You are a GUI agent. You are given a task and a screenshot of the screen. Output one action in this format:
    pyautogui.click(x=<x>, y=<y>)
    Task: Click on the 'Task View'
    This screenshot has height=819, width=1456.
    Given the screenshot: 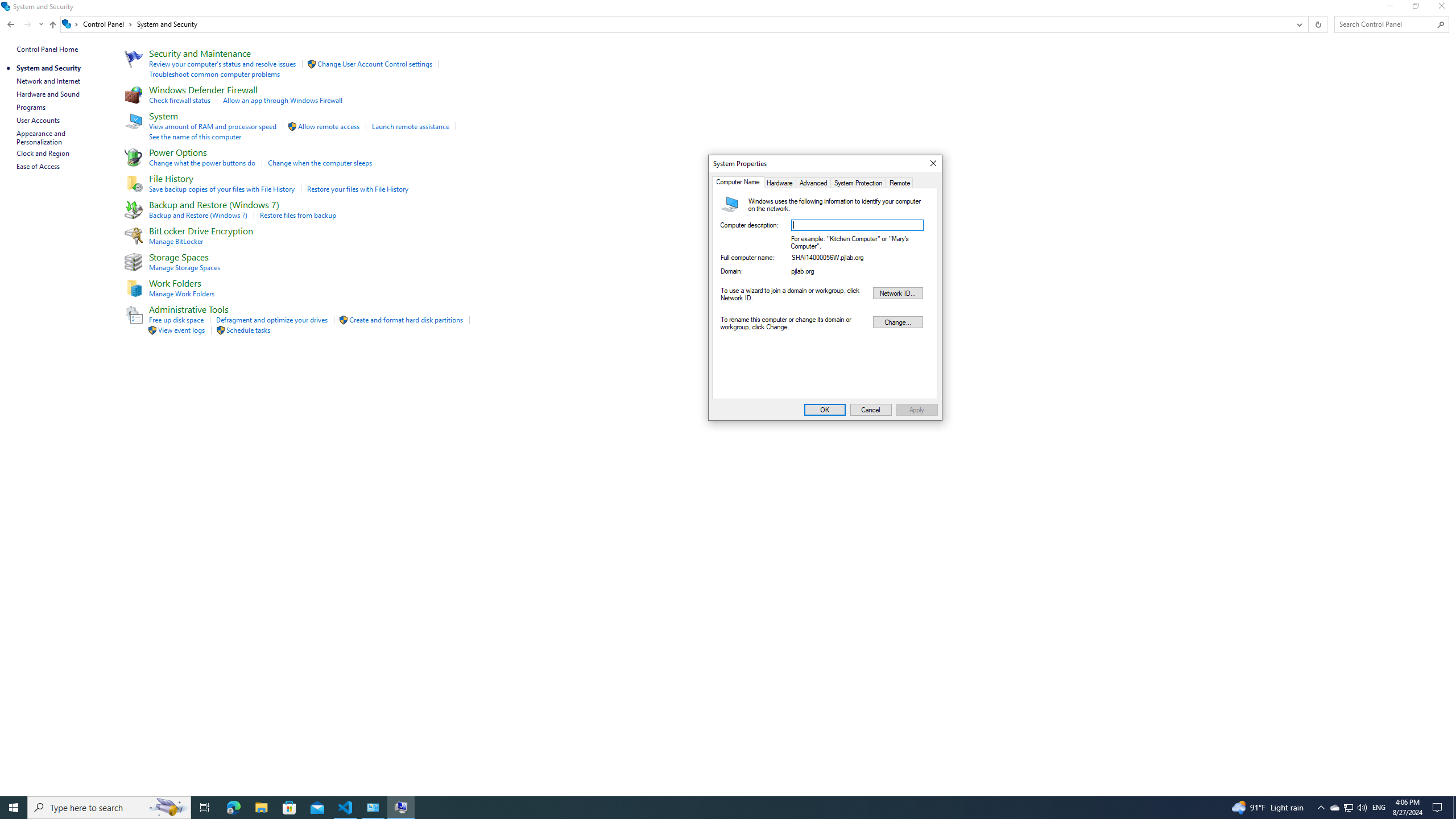 What is the action you would take?
    pyautogui.click(x=204, y=806)
    